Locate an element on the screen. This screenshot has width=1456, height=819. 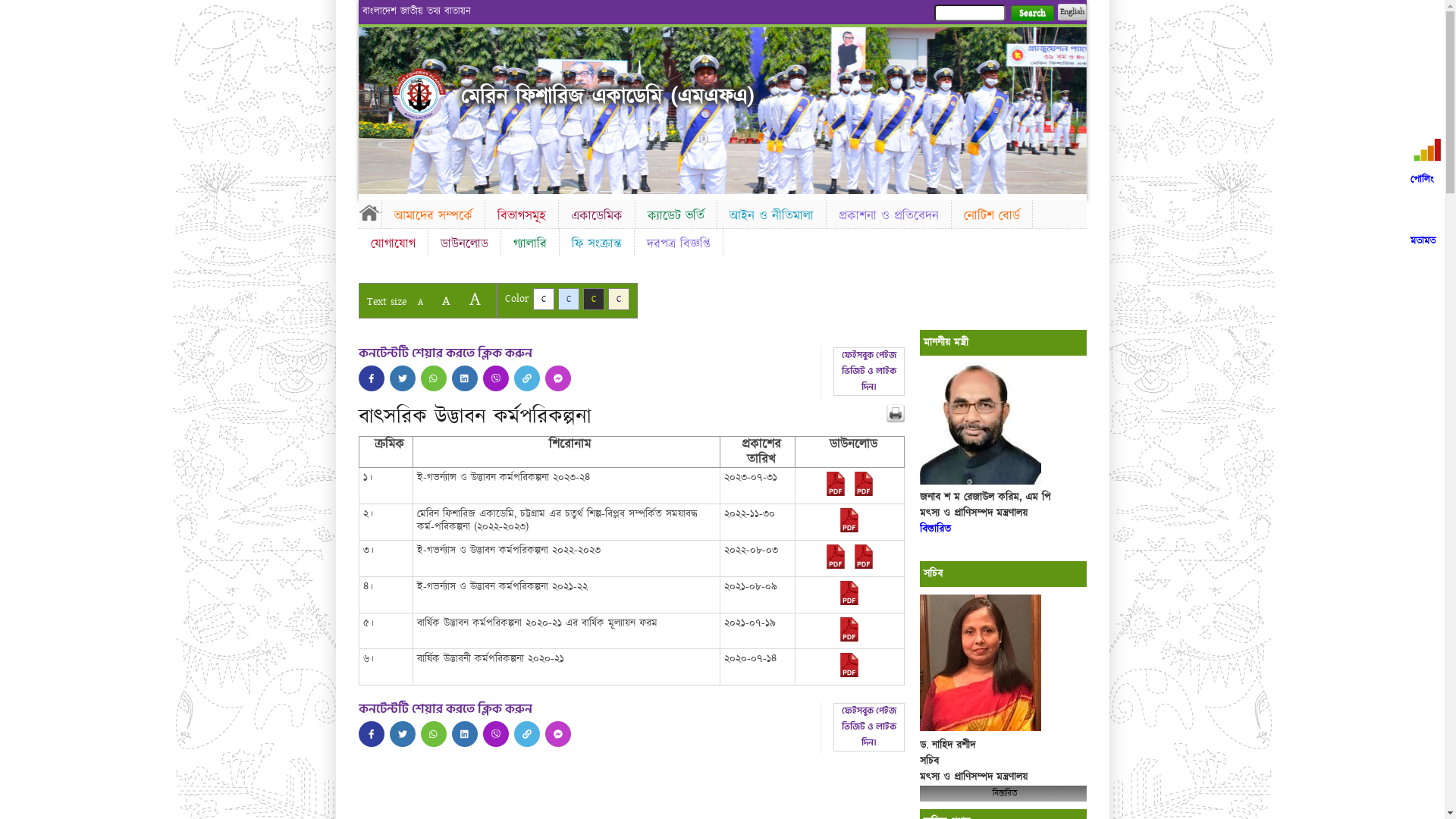
'Search' is located at coordinates (1009, 13).